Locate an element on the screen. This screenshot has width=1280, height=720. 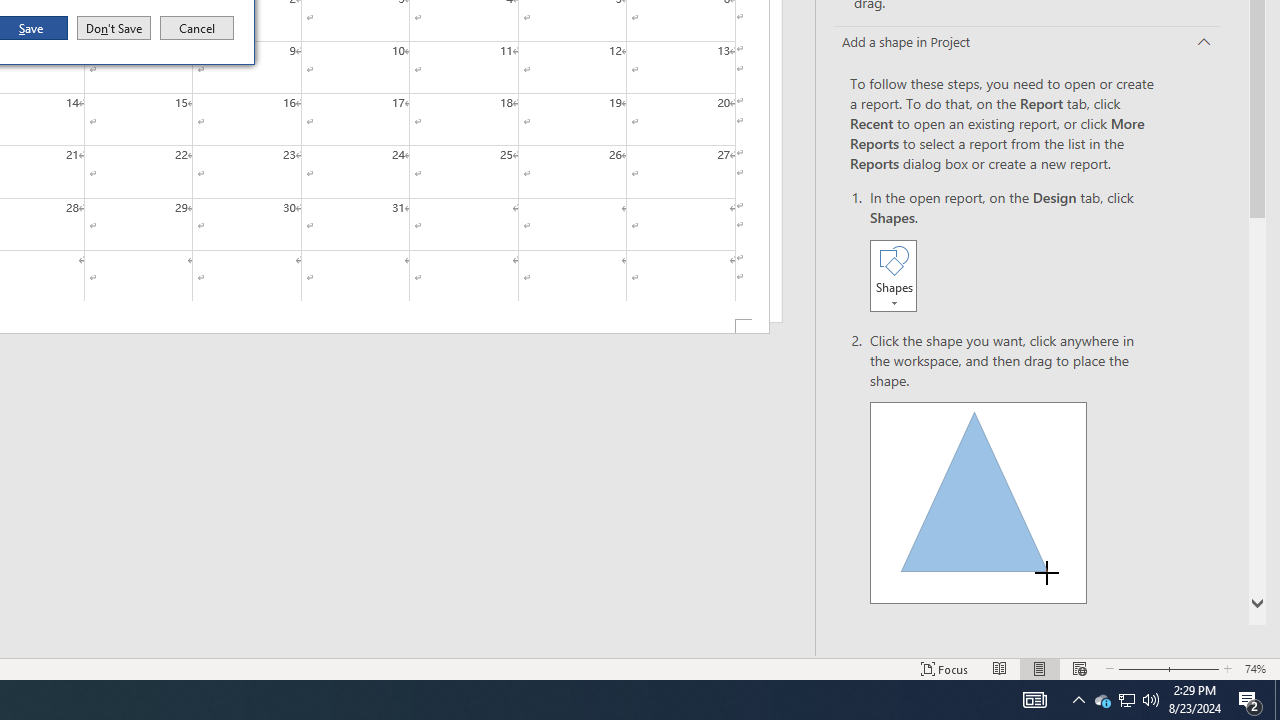
'Cancel' is located at coordinates (197, 28).